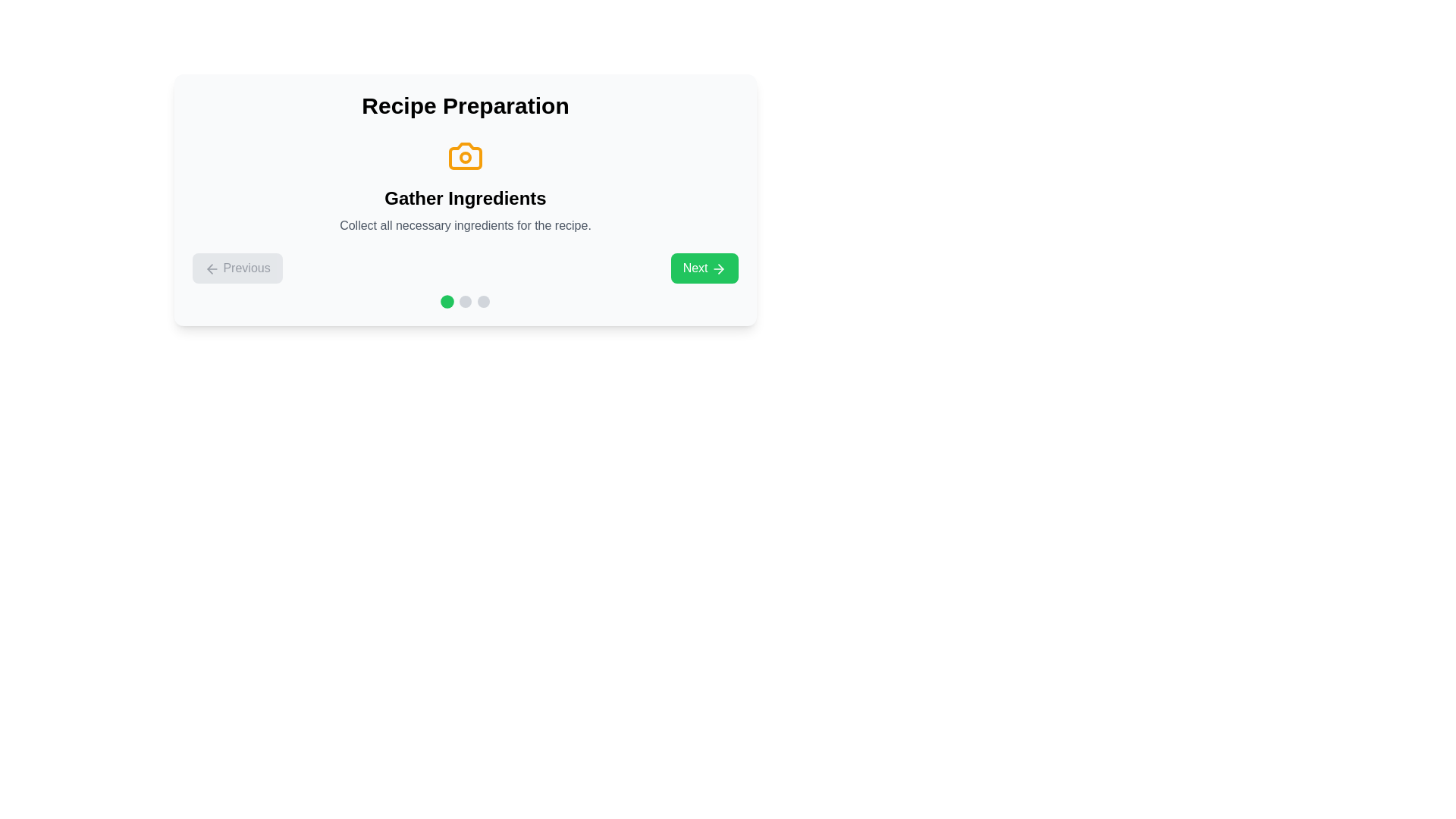 The height and width of the screenshot is (819, 1456). What do you see at coordinates (465, 155) in the screenshot?
I see `the icon representing the action of capturing or gathering information, which is centered above the 'Gather Ingredients' title text in the main content area of the card` at bounding box center [465, 155].